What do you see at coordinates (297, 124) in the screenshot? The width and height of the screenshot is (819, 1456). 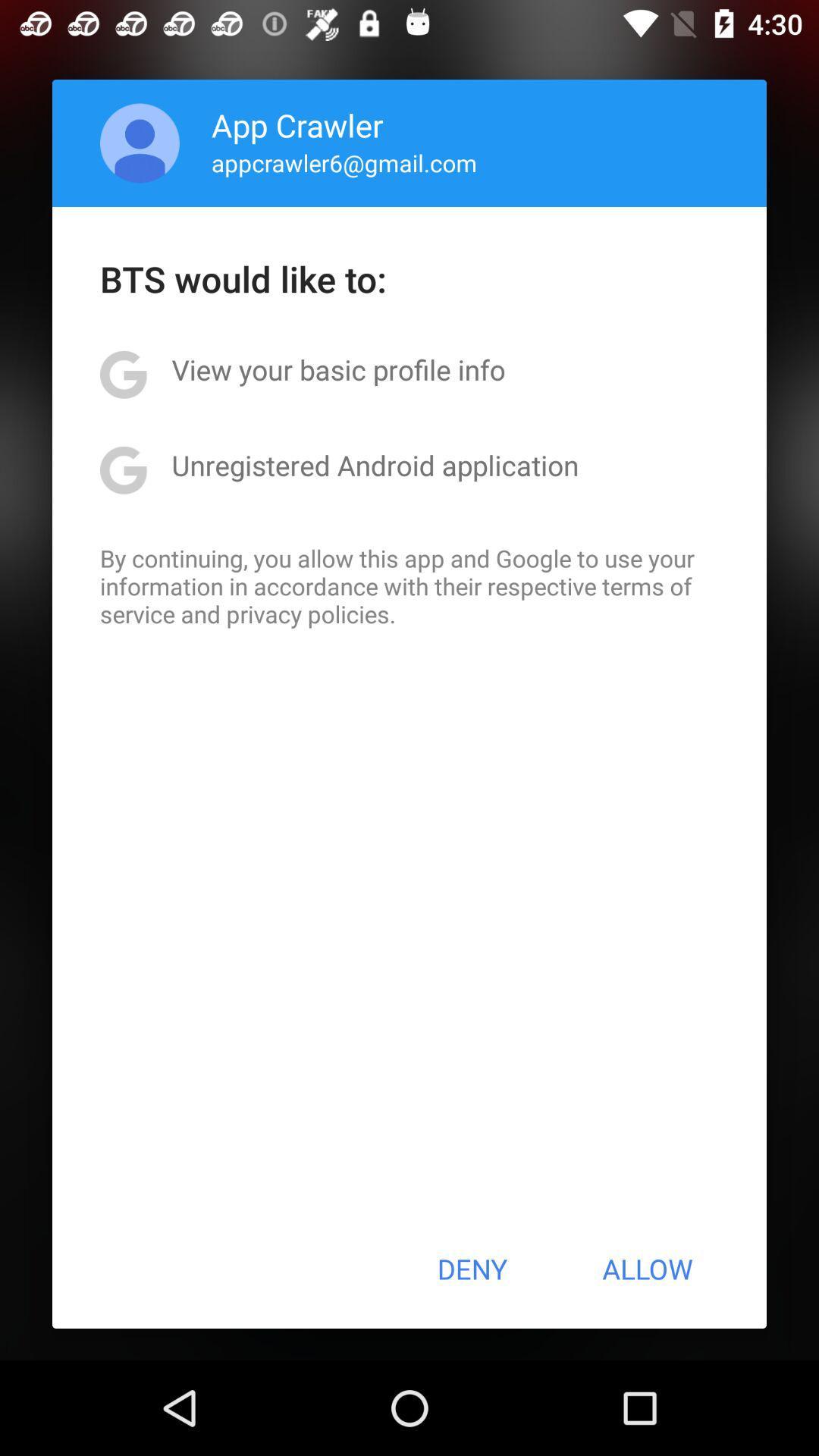 I see `the app crawler app` at bounding box center [297, 124].